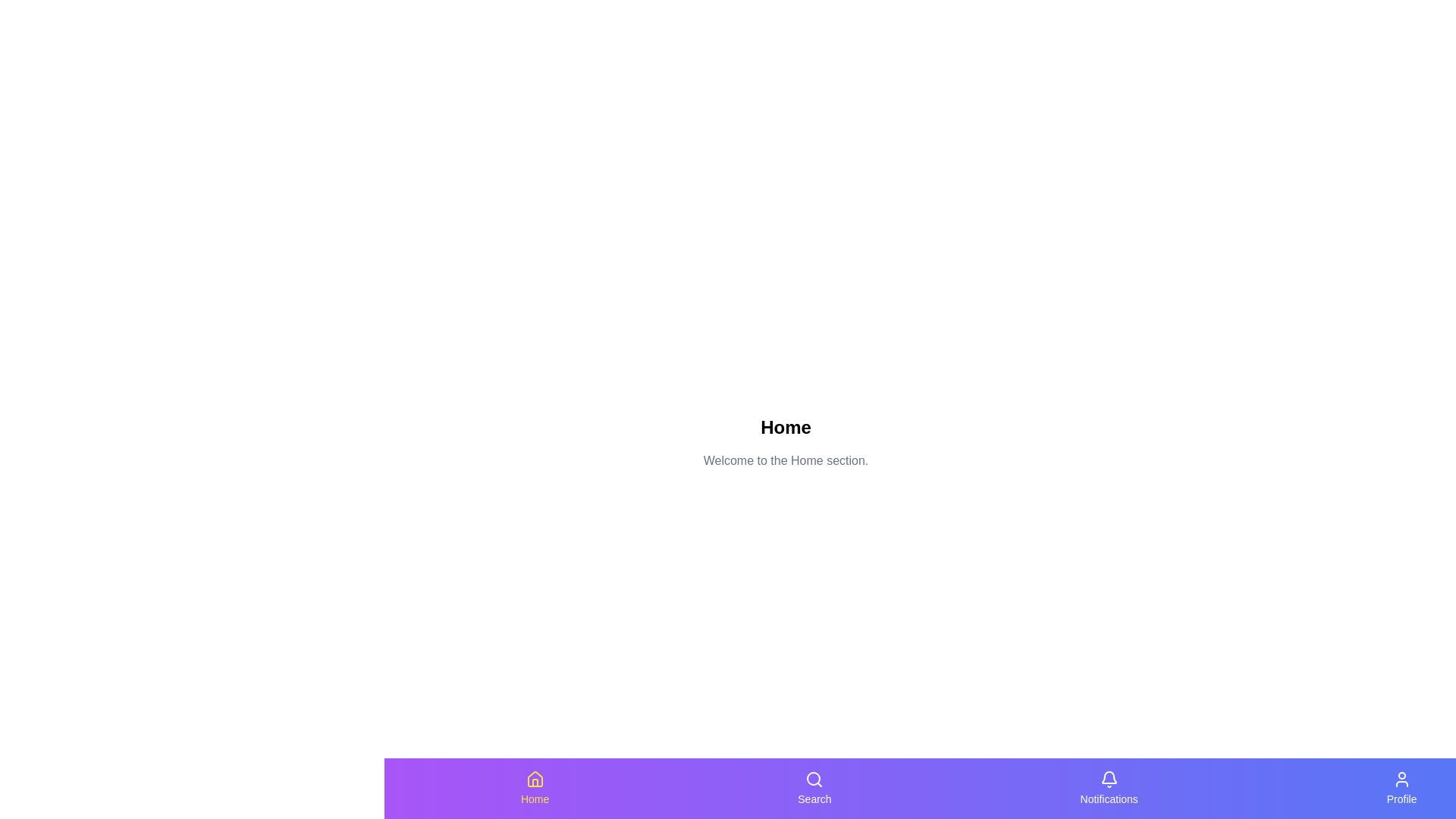  I want to click on text label that serves as a title or header for the section, located above the 'Welcome to the Home section.' text, so click(786, 427).